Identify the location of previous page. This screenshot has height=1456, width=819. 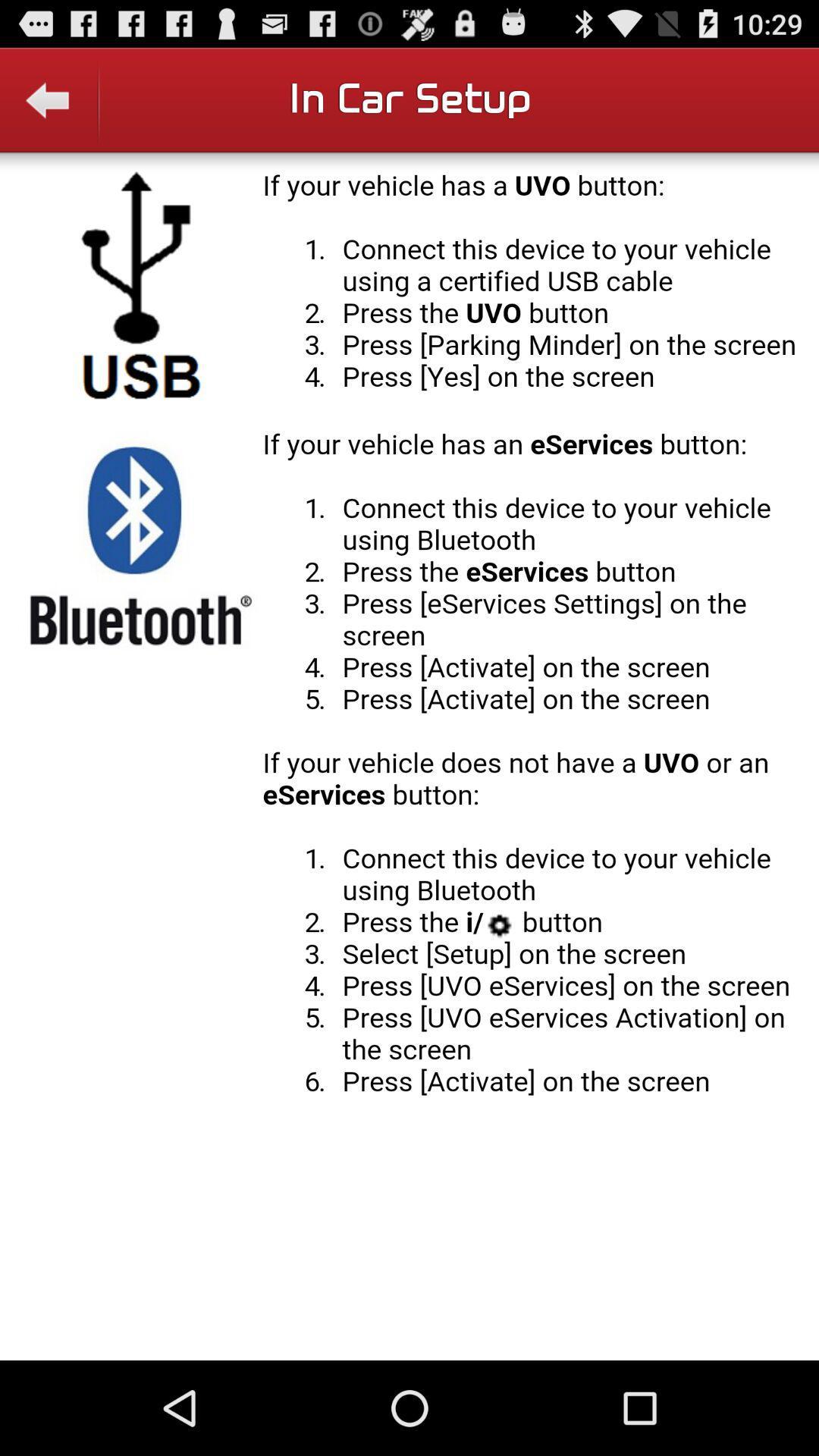
(49, 109).